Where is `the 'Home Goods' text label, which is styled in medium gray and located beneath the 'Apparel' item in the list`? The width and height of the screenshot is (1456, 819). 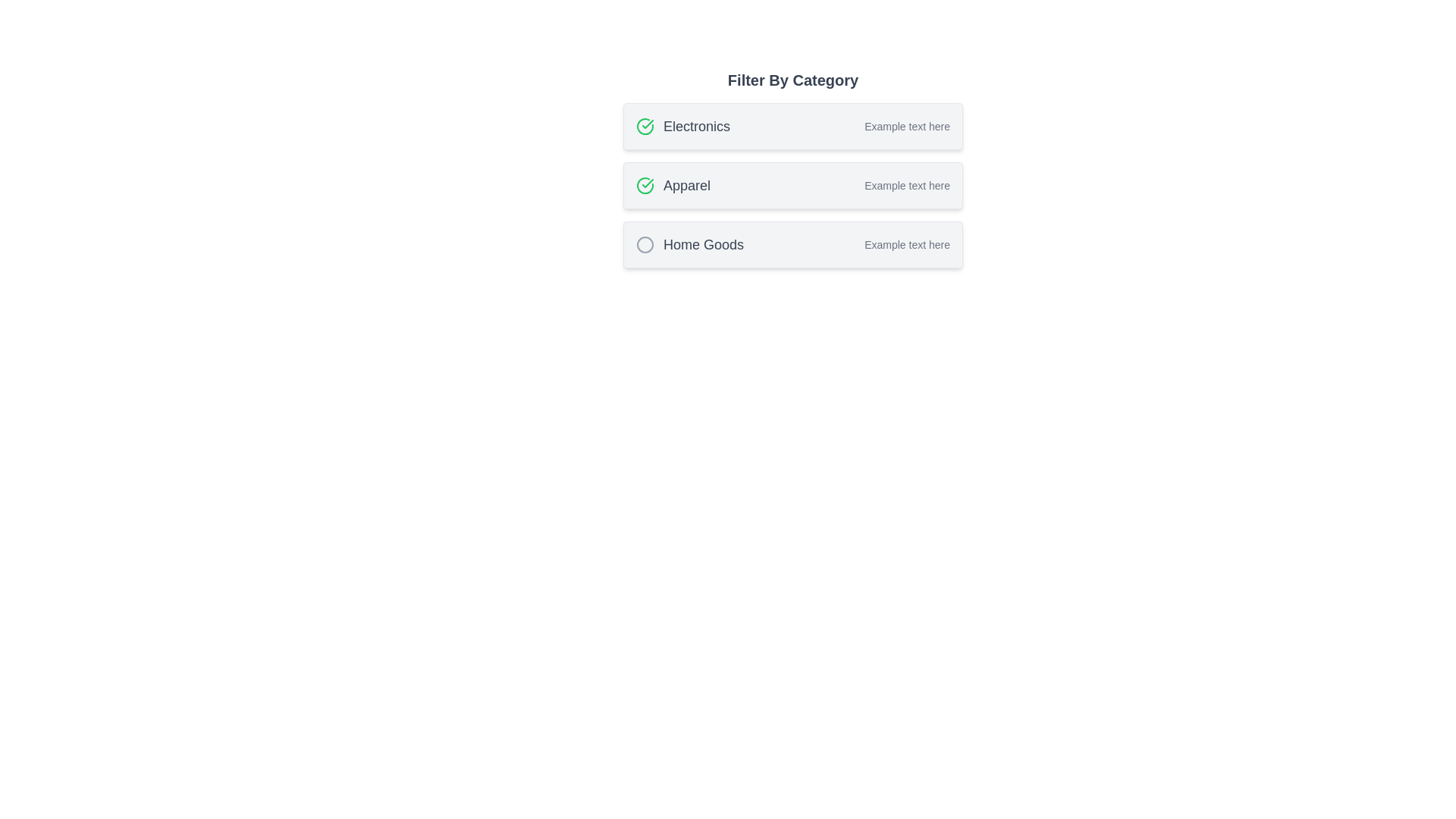
the 'Home Goods' text label, which is styled in medium gray and located beneath the 'Apparel' item in the list is located at coordinates (689, 244).